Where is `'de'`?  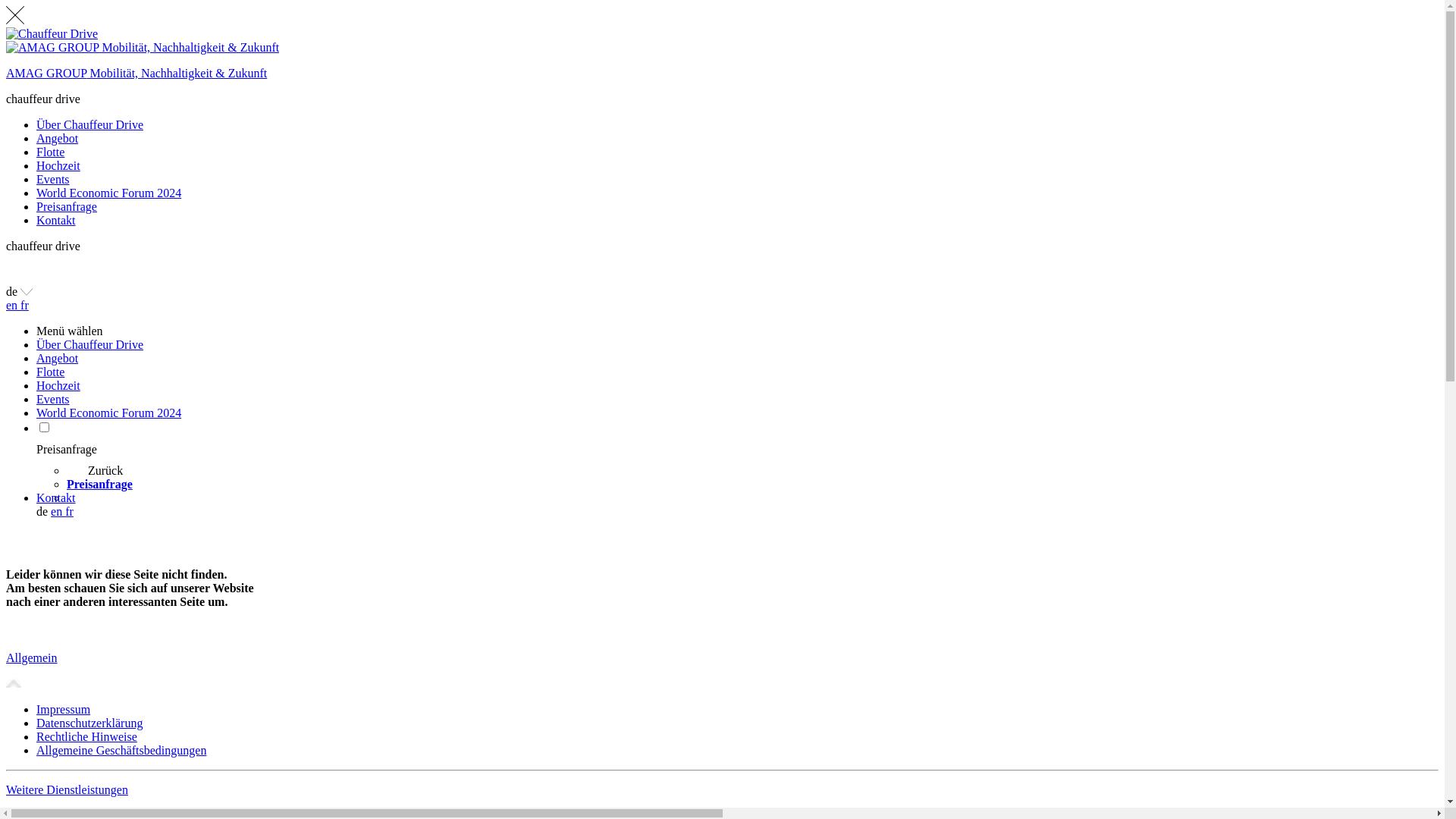 'de' is located at coordinates (19, 291).